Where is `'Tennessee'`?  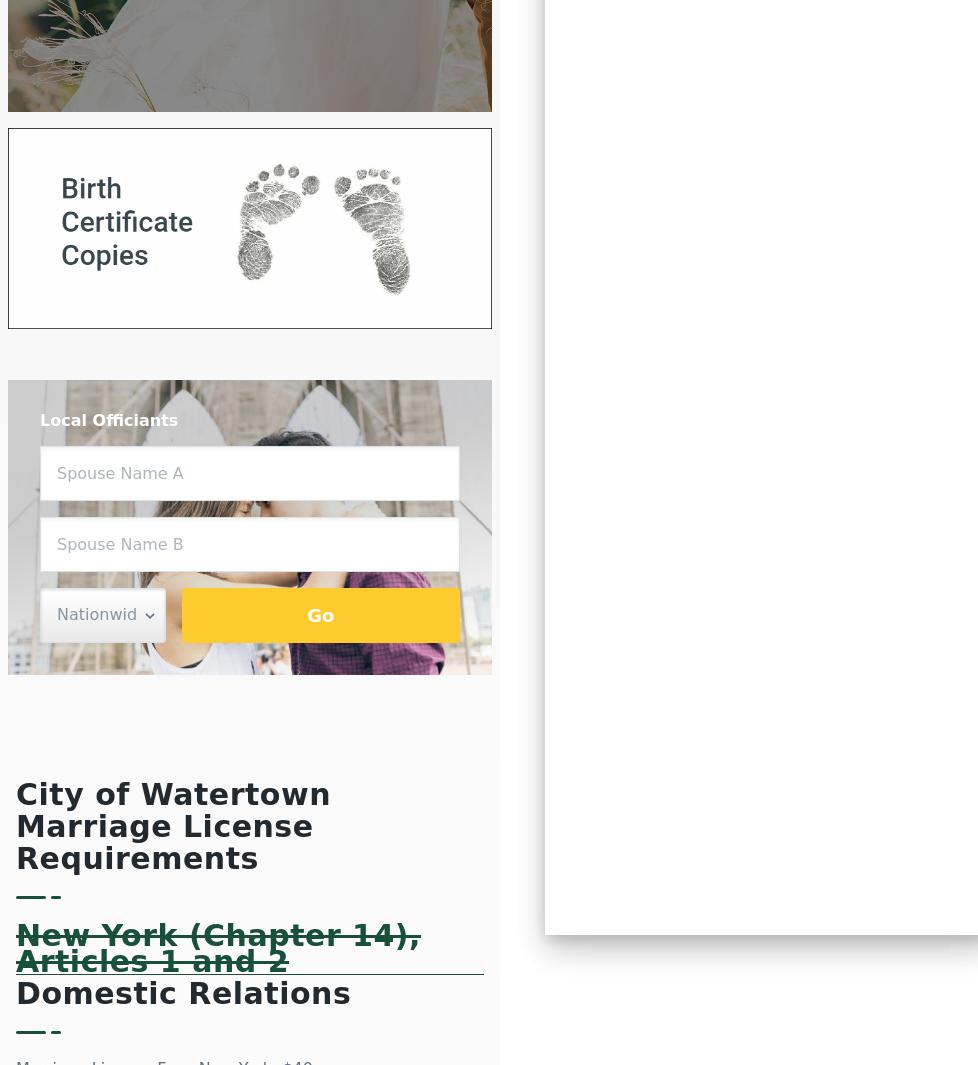 'Tennessee' is located at coordinates (649, 721).